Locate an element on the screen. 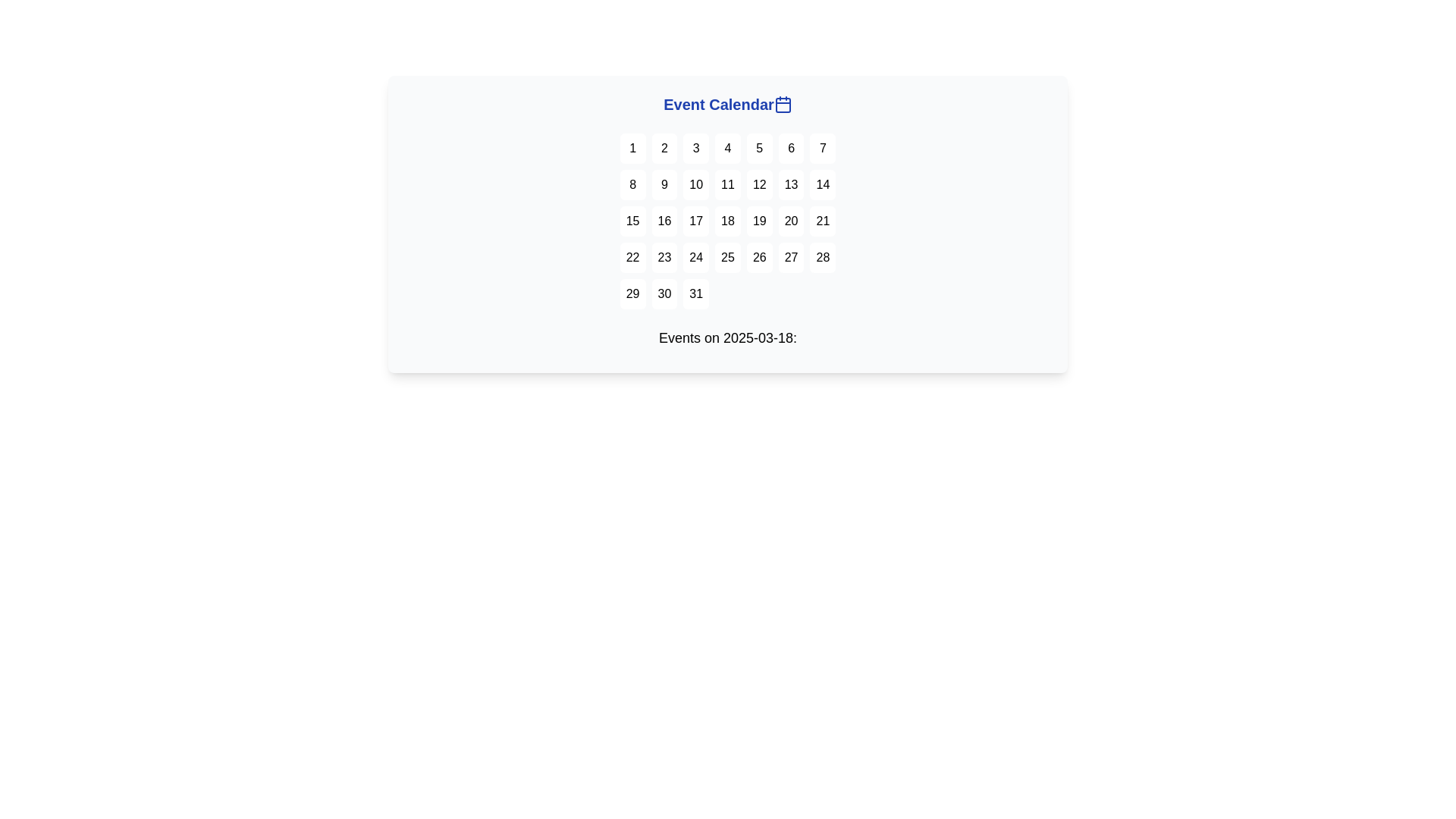 This screenshot has width=1456, height=819. the button labeled '23' is located at coordinates (664, 256).